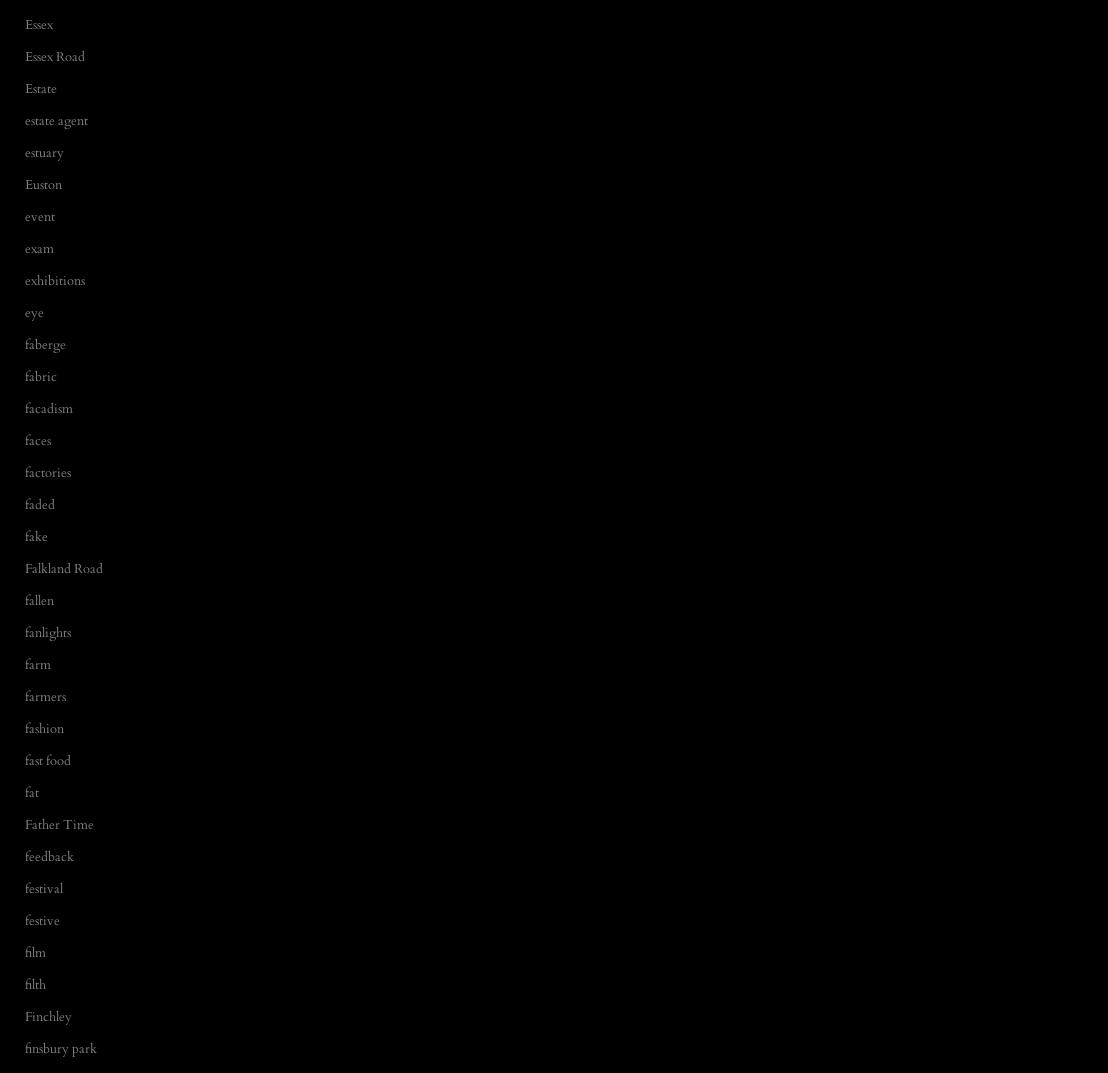 The width and height of the screenshot is (1108, 1073). What do you see at coordinates (45, 344) in the screenshot?
I see `'faberge'` at bounding box center [45, 344].